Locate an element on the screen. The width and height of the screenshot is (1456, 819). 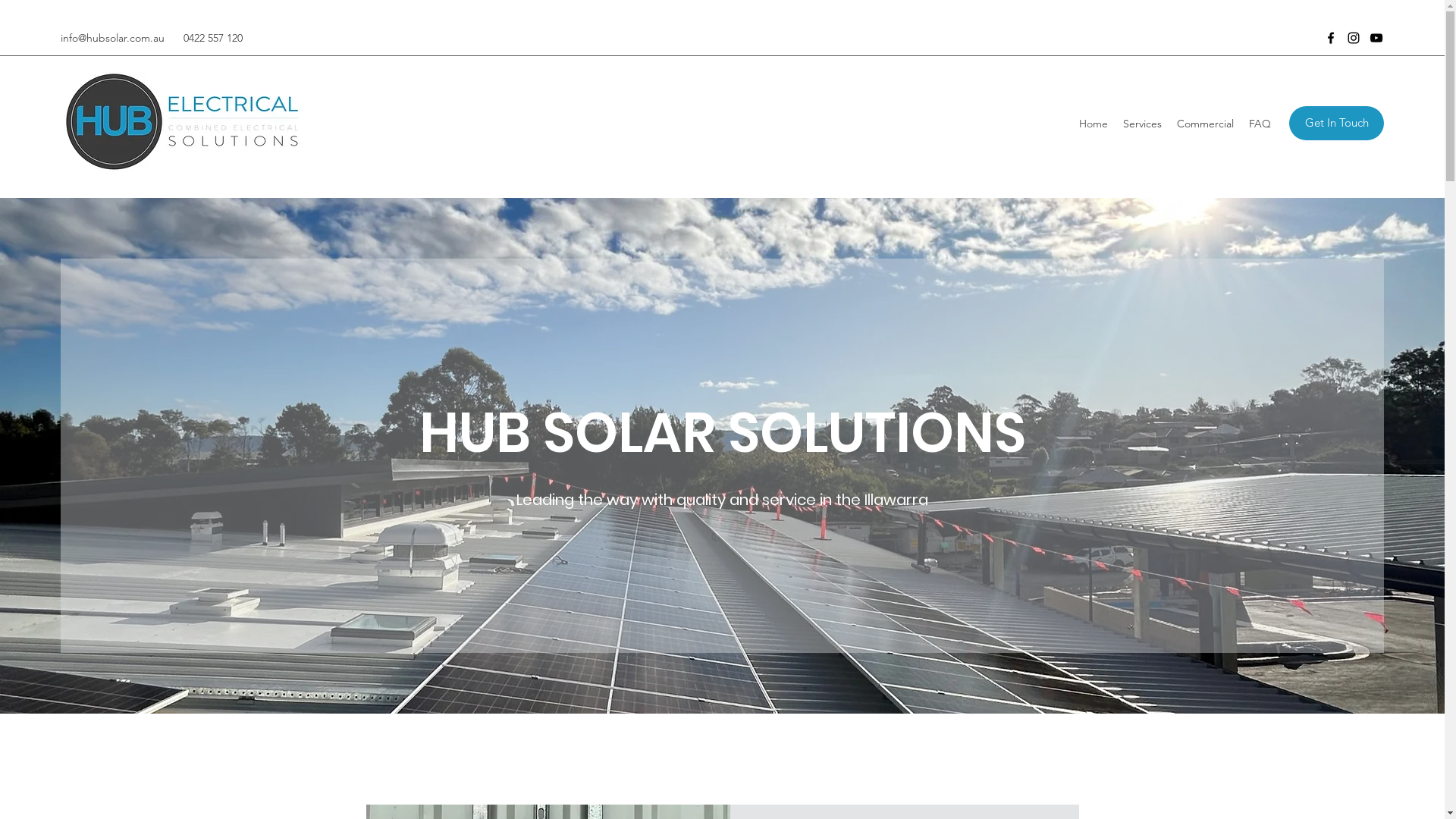
'FAQ' is located at coordinates (1260, 122).